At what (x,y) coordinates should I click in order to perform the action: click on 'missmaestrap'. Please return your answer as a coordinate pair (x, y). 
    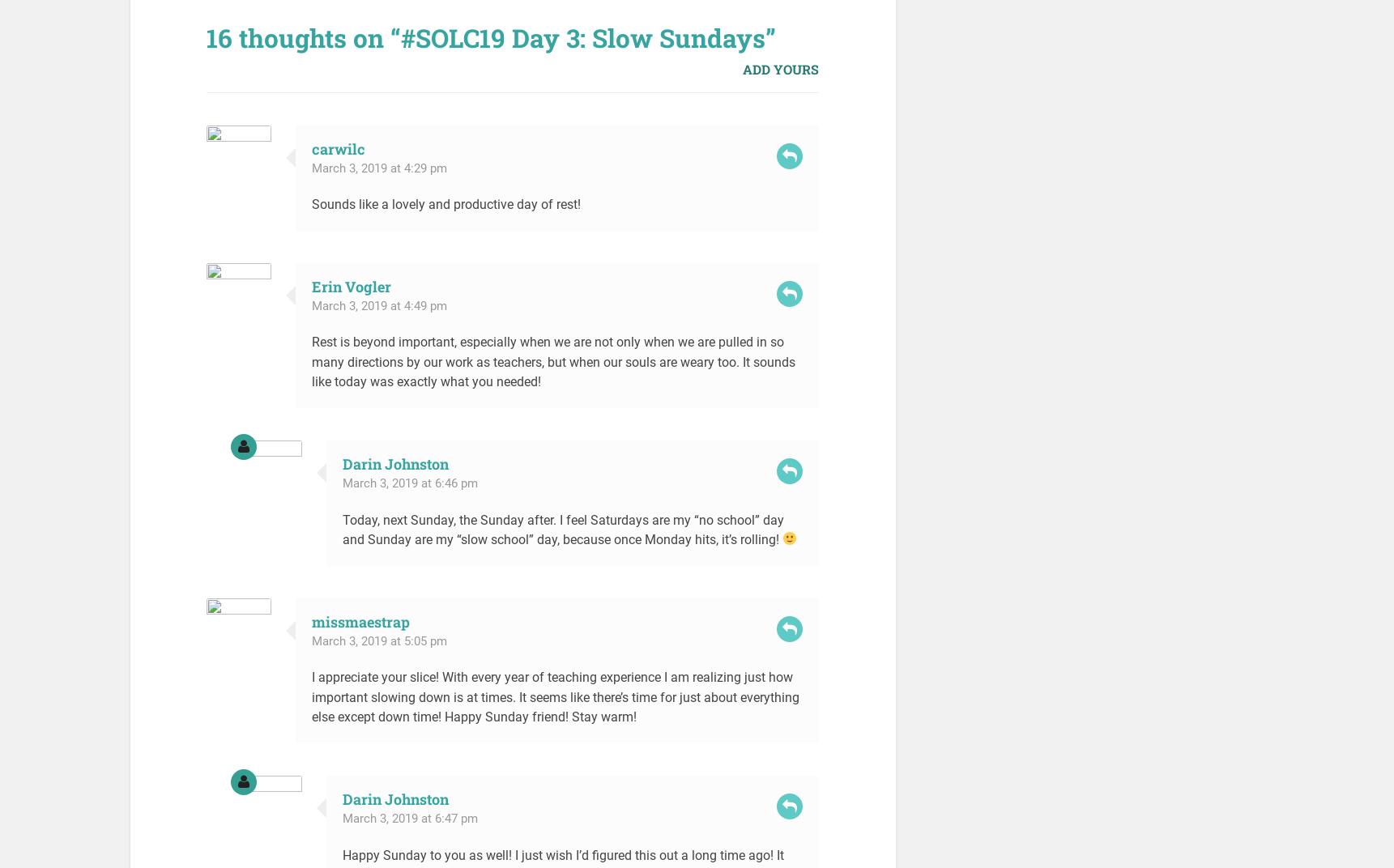
    Looking at the image, I should click on (311, 621).